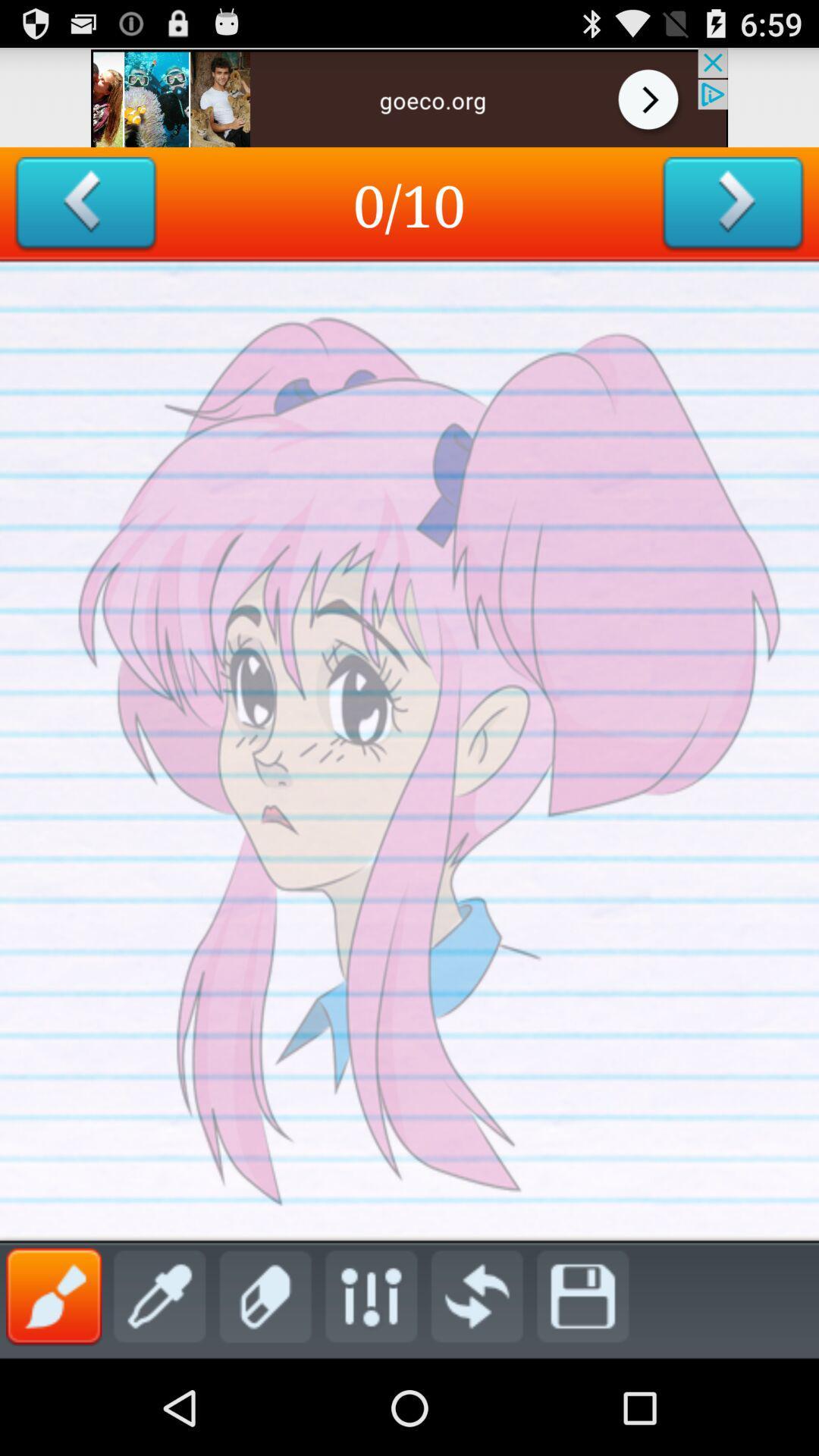 This screenshot has height=1456, width=819. Describe the element at coordinates (86, 203) in the screenshot. I see `this icon is used to go previous picture` at that location.